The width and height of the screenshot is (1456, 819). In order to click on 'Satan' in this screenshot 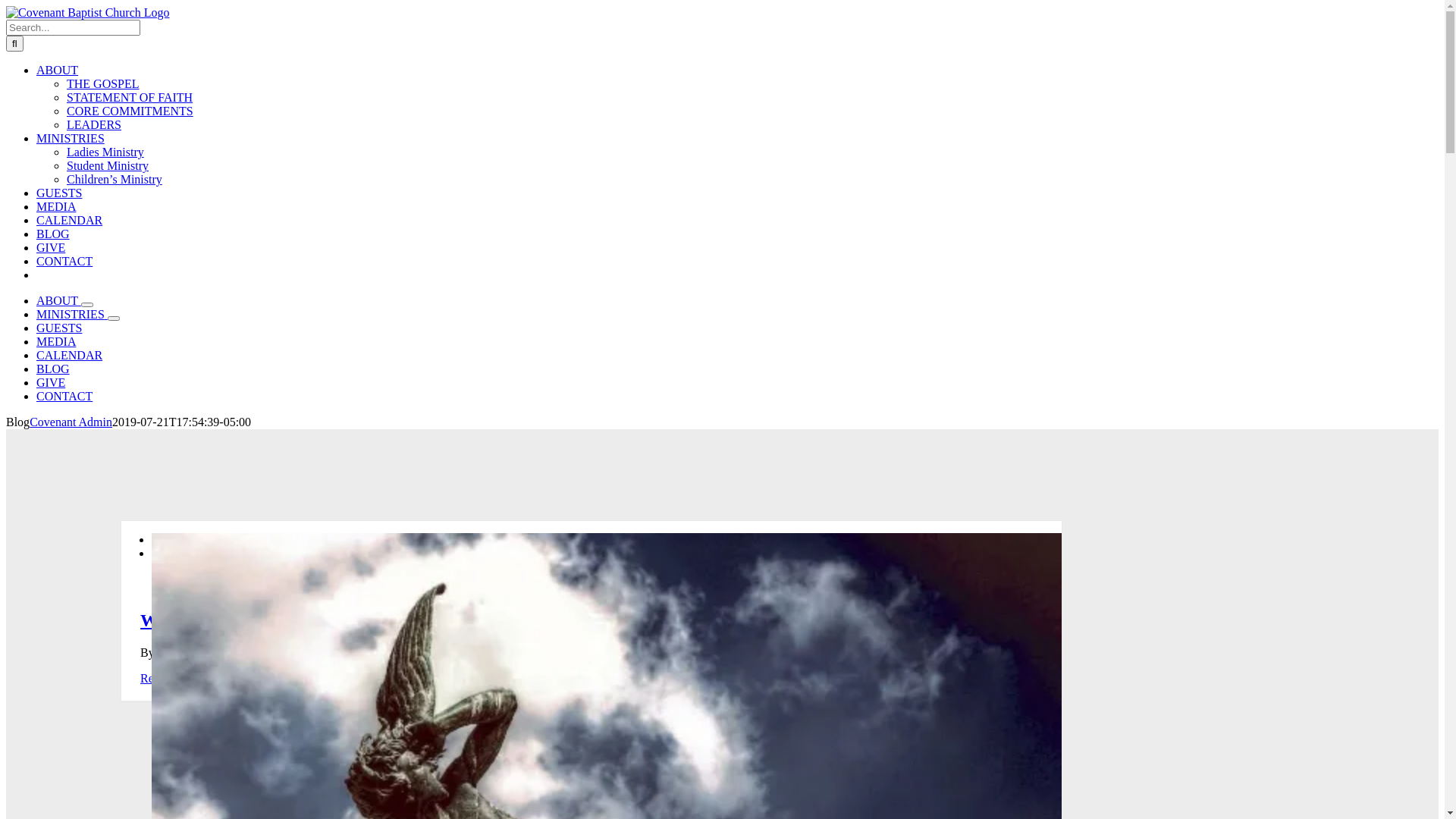, I will do `click(479, 651)`.